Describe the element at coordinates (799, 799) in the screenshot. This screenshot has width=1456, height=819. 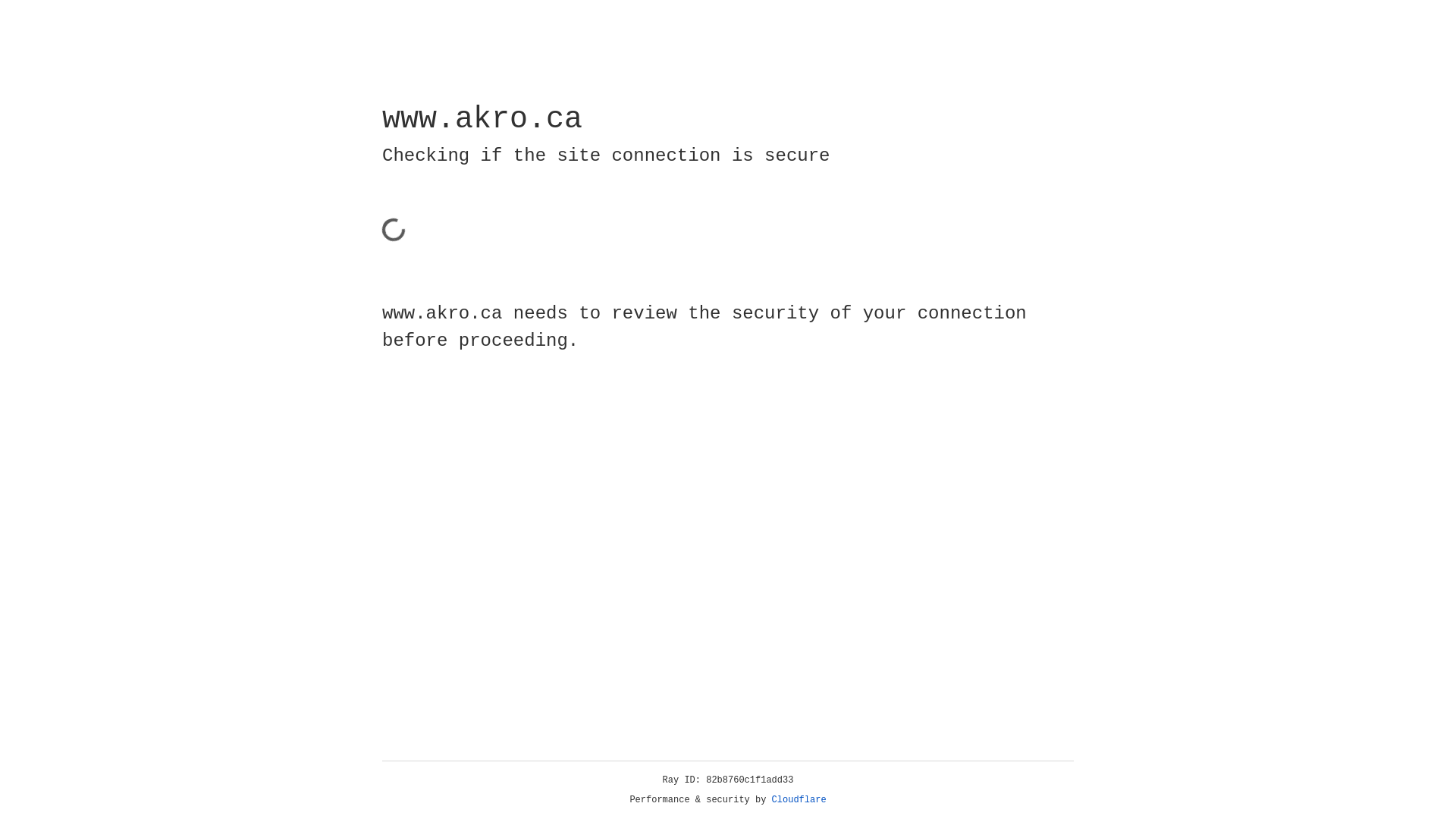
I see `'Cloudflare'` at that location.